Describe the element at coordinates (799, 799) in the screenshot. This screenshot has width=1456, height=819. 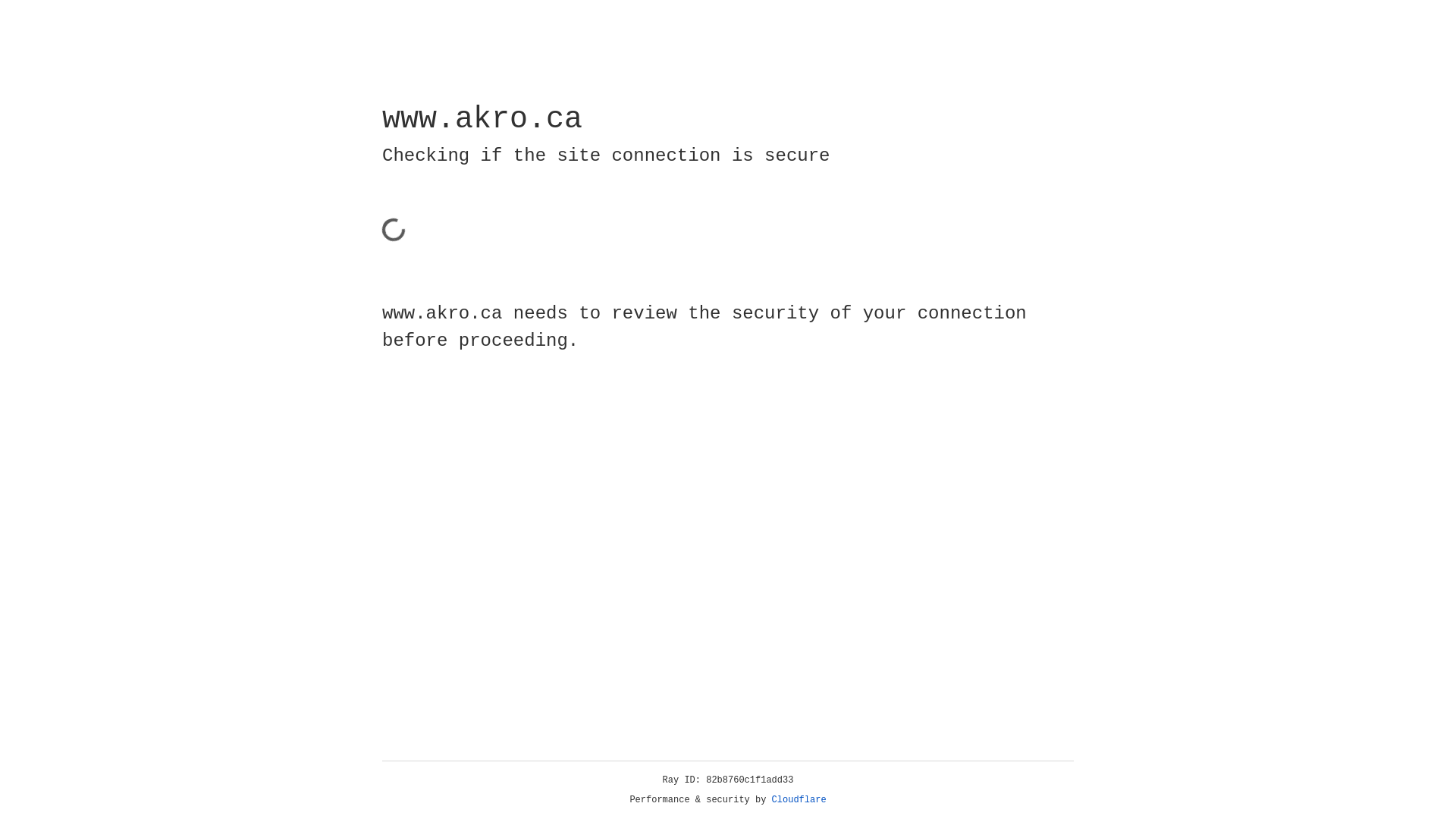
I see `'Cloudflare'` at that location.